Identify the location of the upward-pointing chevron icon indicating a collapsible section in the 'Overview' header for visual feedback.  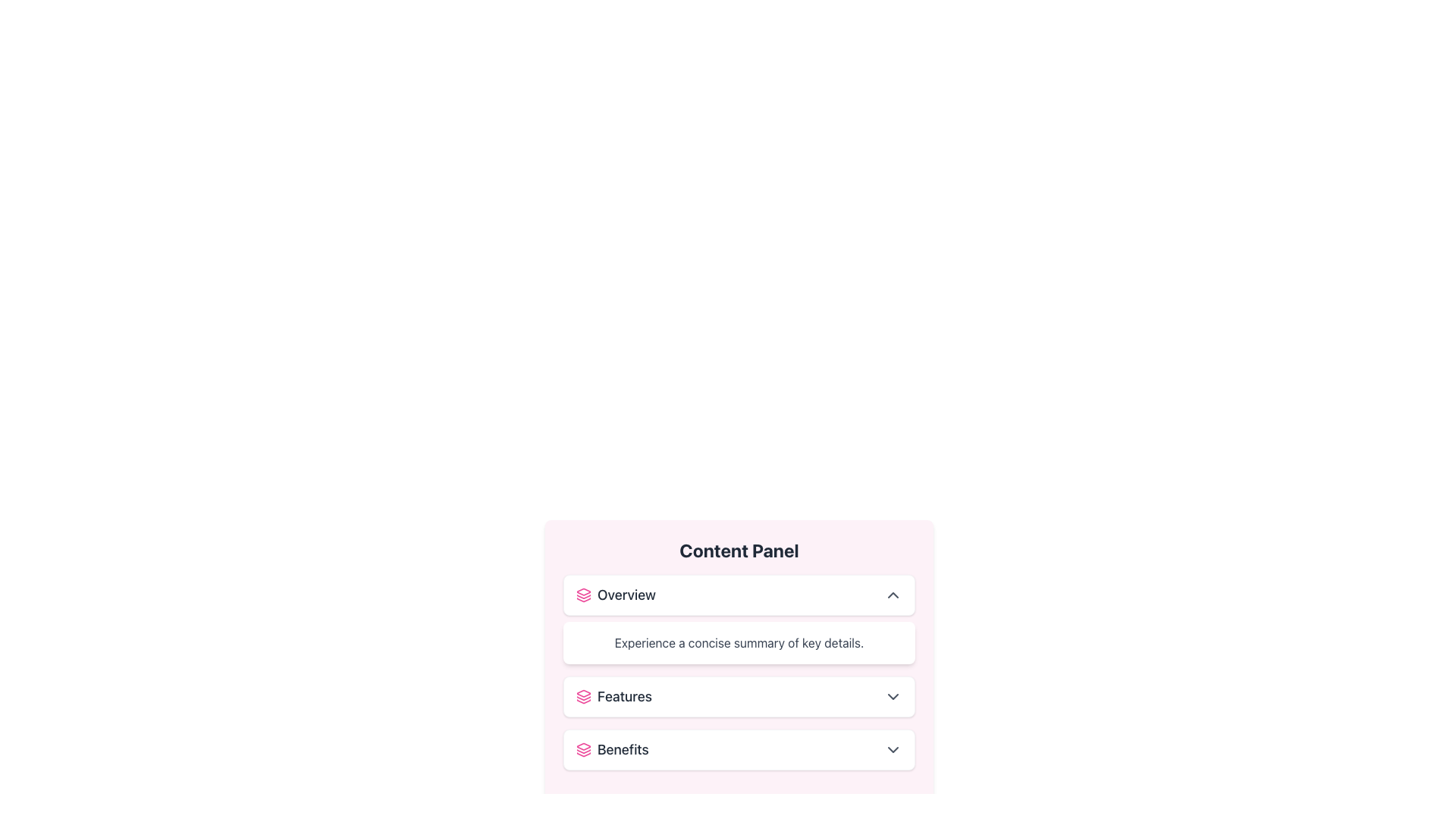
(893, 595).